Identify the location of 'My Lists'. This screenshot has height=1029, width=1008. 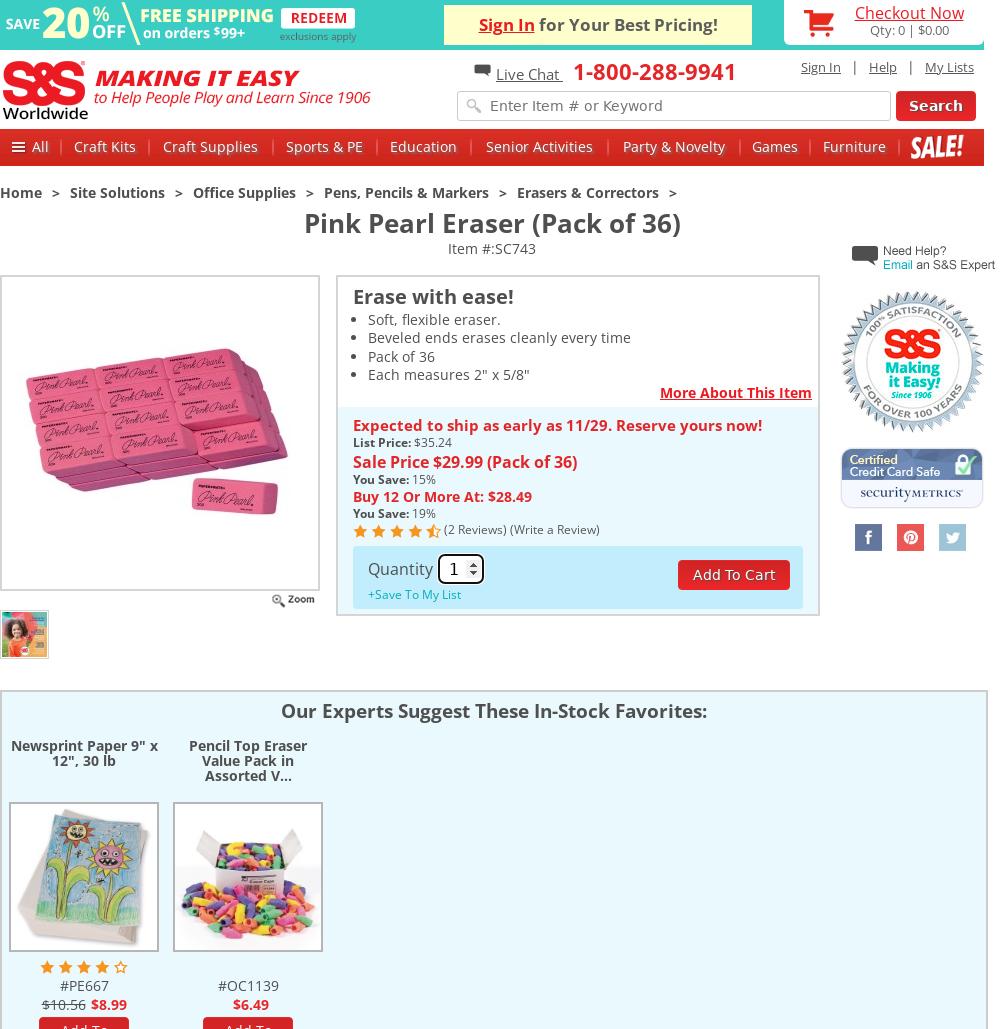
(949, 66).